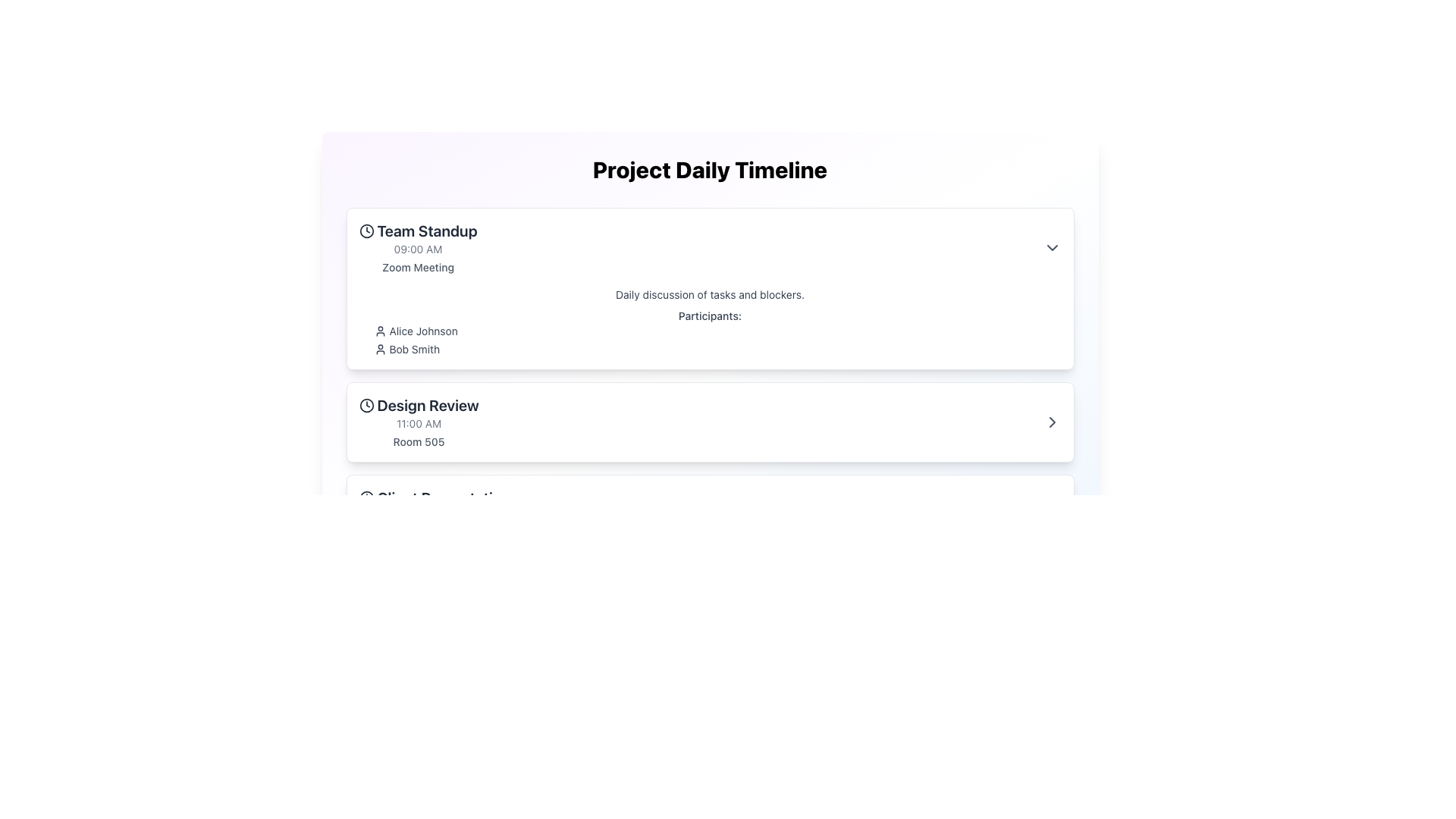 This screenshot has height=819, width=1456. I want to click on the arrow on the right of the second list item in the vertically-stacked list, located below the 'Team Standup' item, so click(709, 422).